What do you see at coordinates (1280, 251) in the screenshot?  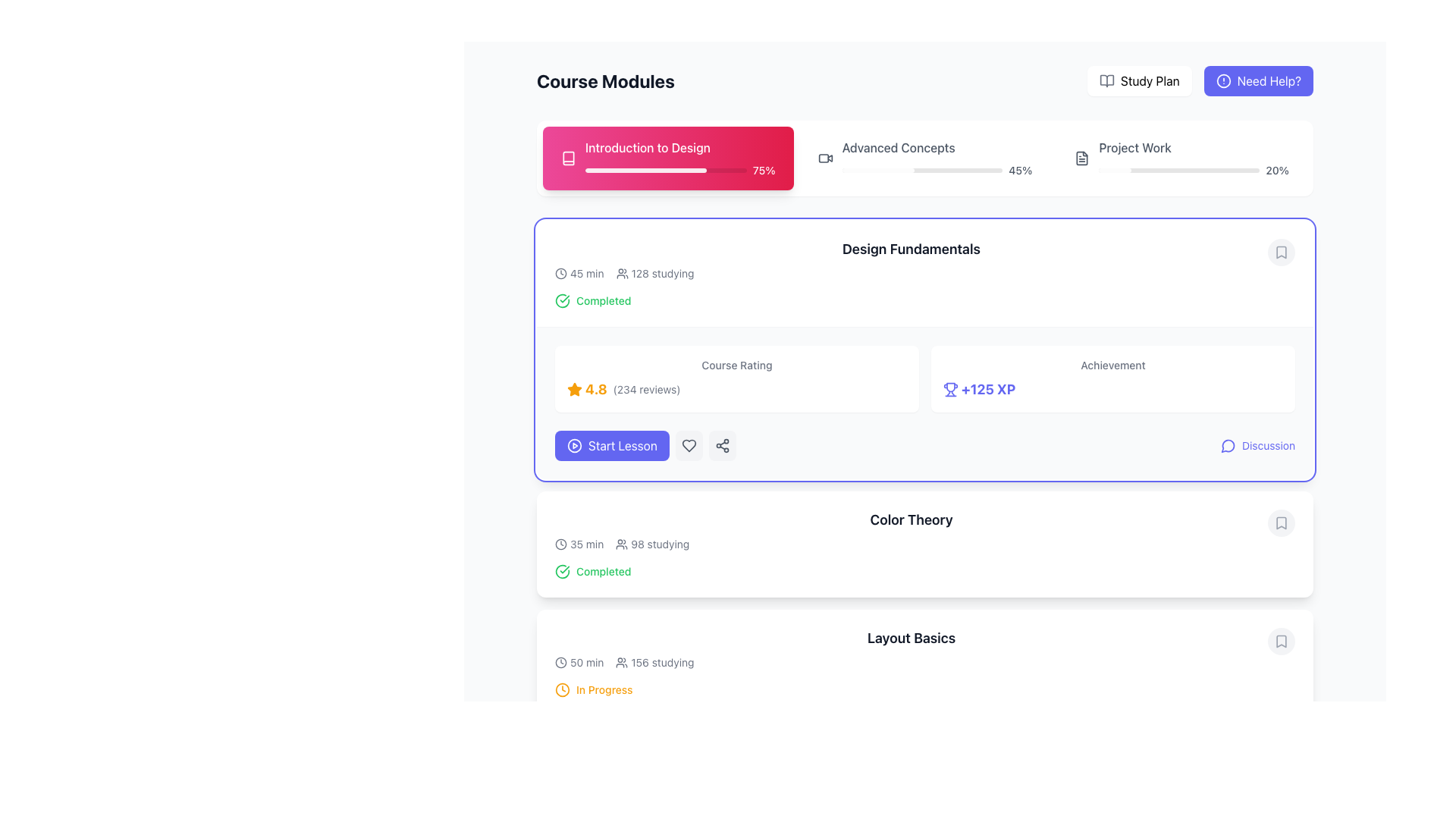 I see `the bookmark icon in the top-right corner of the 'Design Fundamentals' section` at bounding box center [1280, 251].